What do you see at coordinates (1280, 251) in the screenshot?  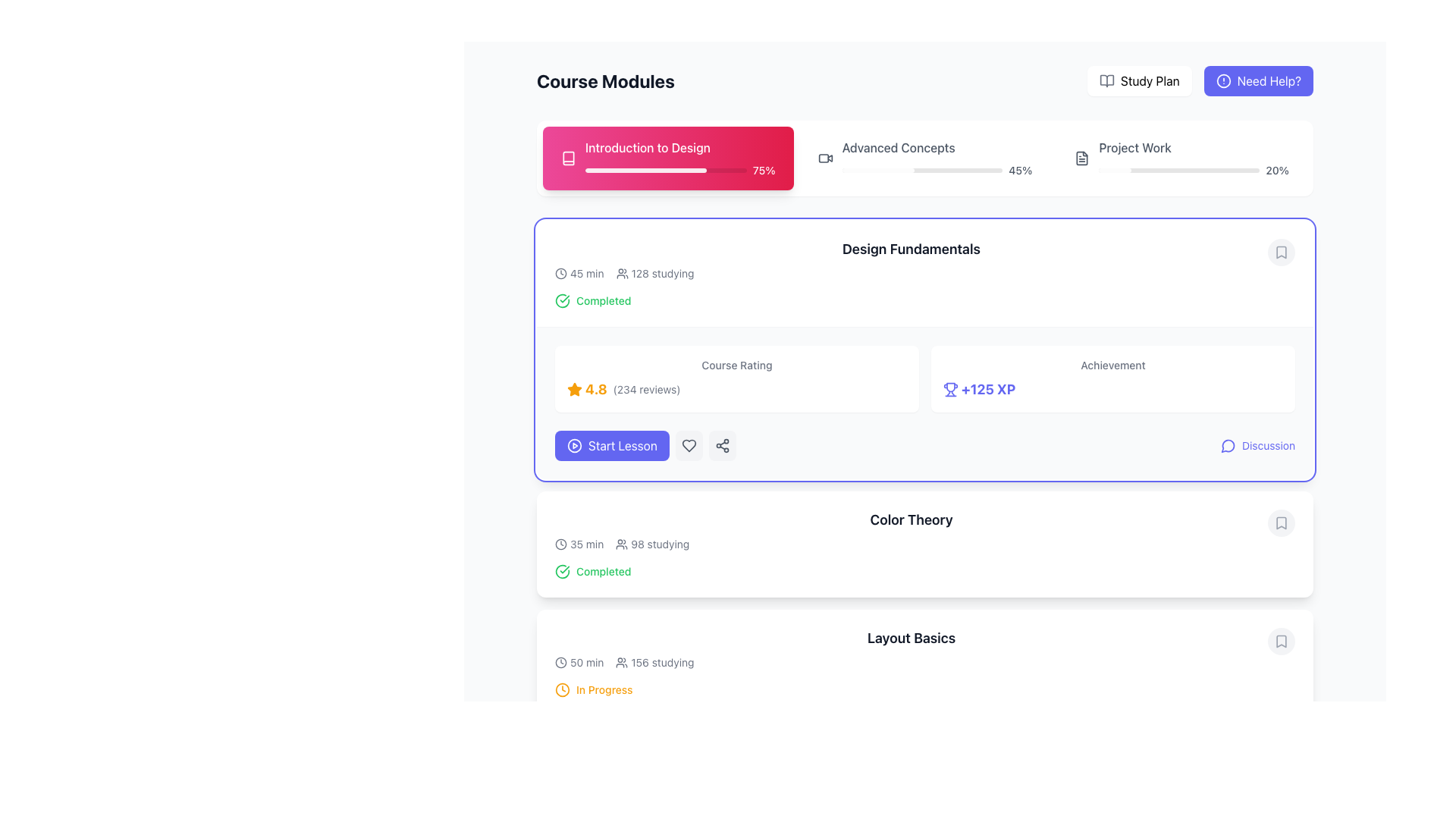 I see `the bookmark icon in the top-right corner of the 'Design Fundamentals' section` at bounding box center [1280, 251].